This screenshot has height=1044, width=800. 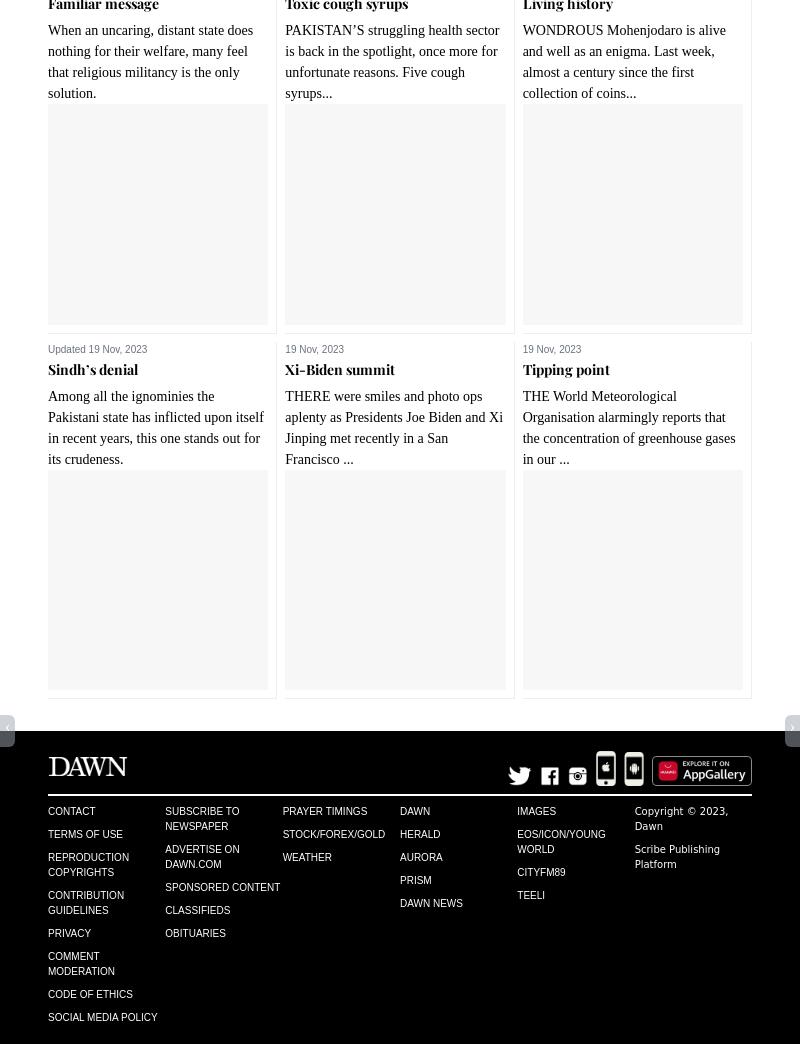 What do you see at coordinates (282, 832) in the screenshot?
I see `'Stock/Forex/Gold'` at bounding box center [282, 832].